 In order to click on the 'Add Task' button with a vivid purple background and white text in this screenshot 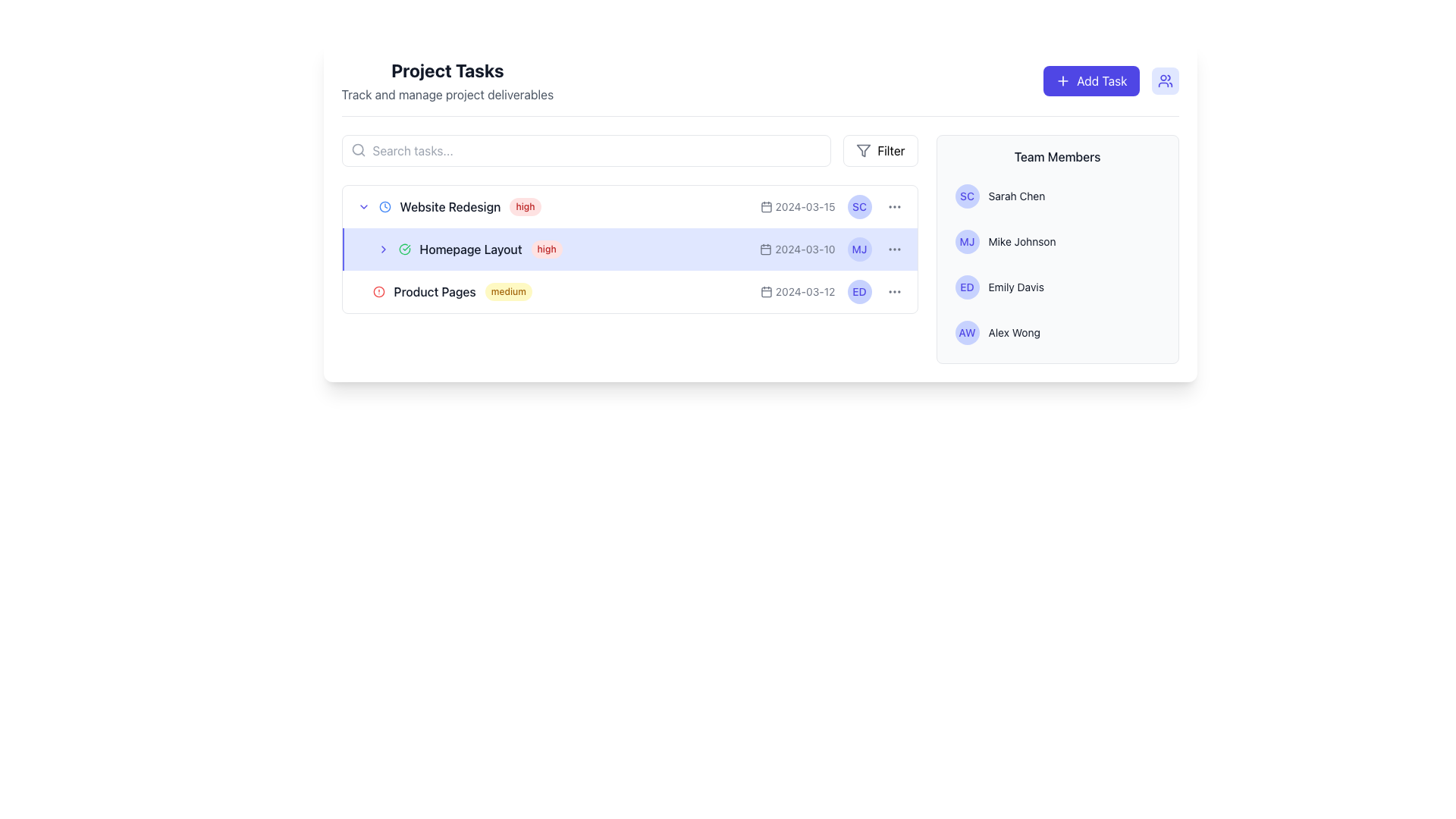, I will do `click(1111, 81)`.